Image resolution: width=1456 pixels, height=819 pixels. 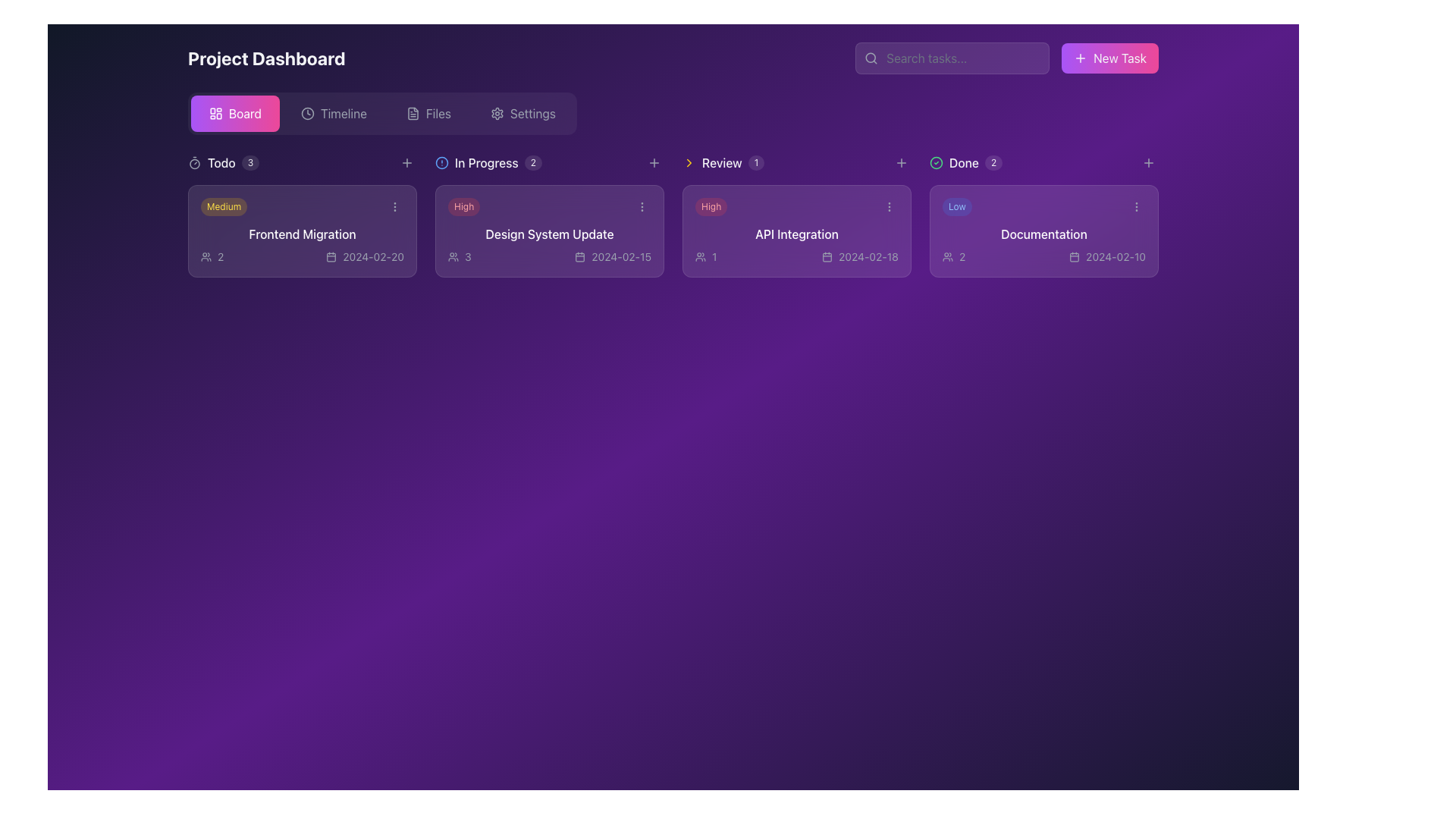 What do you see at coordinates (441, 163) in the screenshot?
I see `the alert icon located in the 'In Progress' section, positioned to the left of the 'In Progress' text and its numeric indicator '2', and to the right of the plus icon` at bounding box center [441, 163].